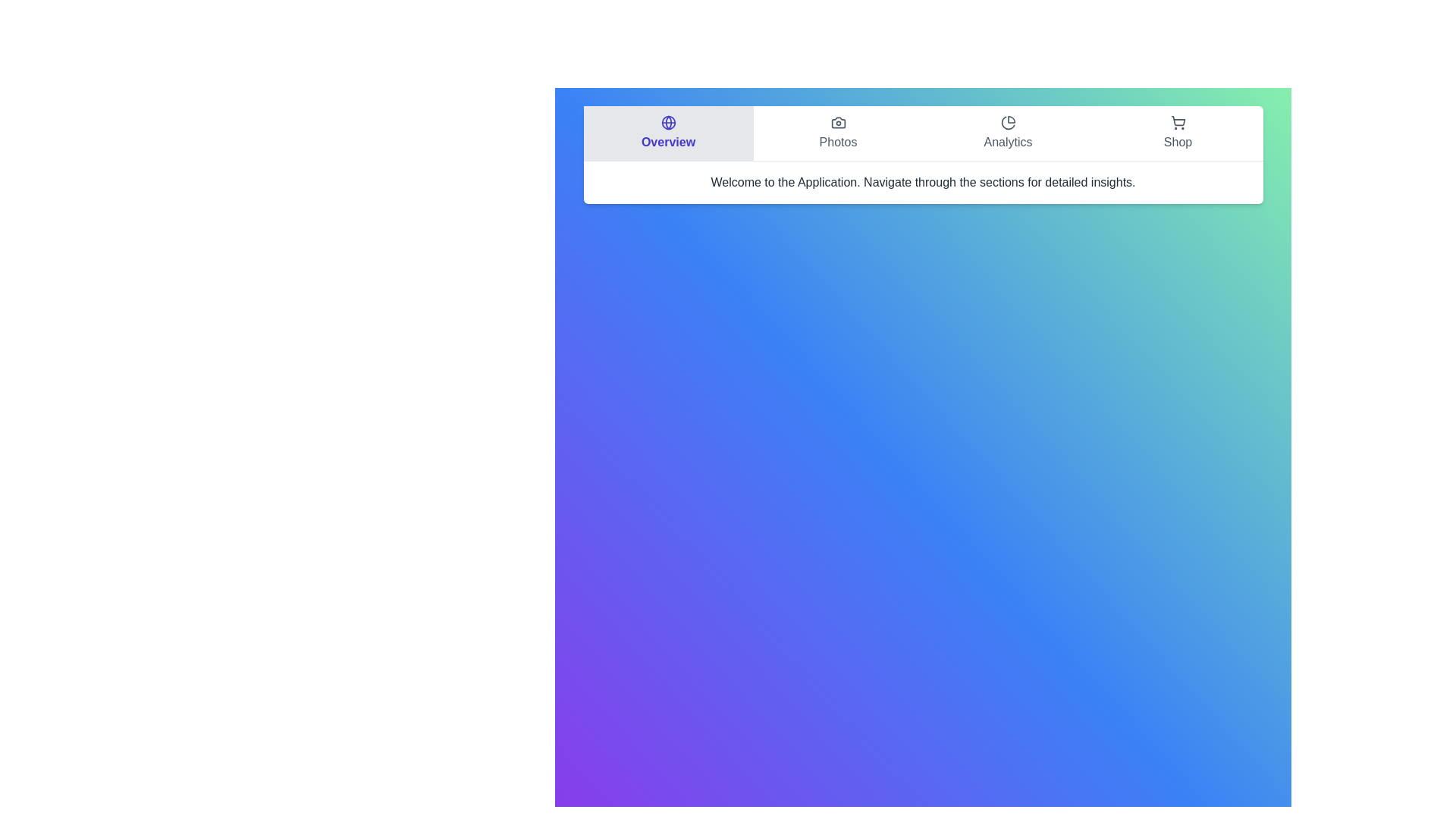 This screenshot has width=1456, height=819. Describe the element at coordinates (837, 133) in the screenshot. I see `the navigation button located in the second slot of the horizontal navigation bar` at that location.